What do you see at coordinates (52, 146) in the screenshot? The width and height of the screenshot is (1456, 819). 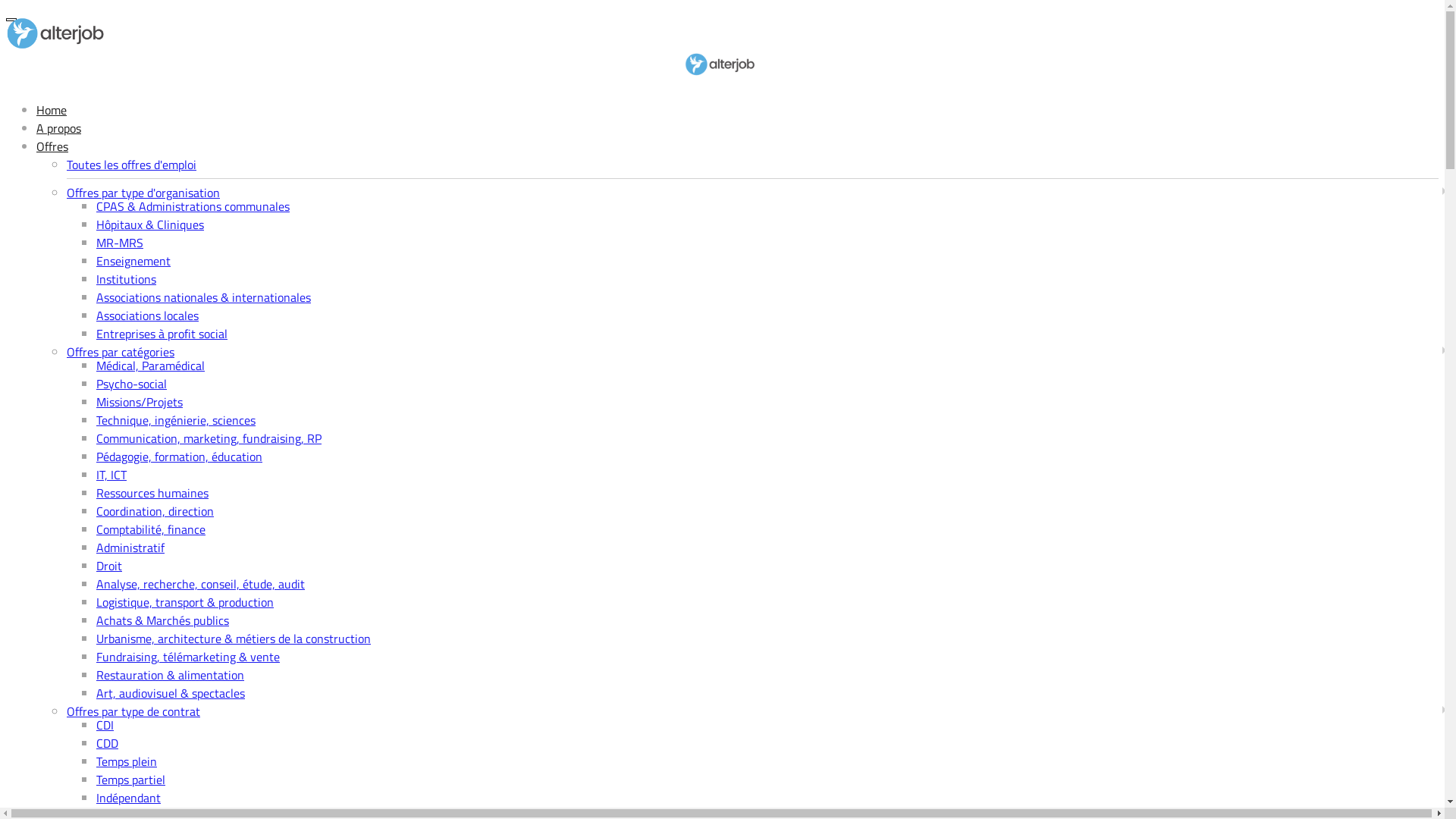 I see `'Offres'` at bounding box center [52, 146].